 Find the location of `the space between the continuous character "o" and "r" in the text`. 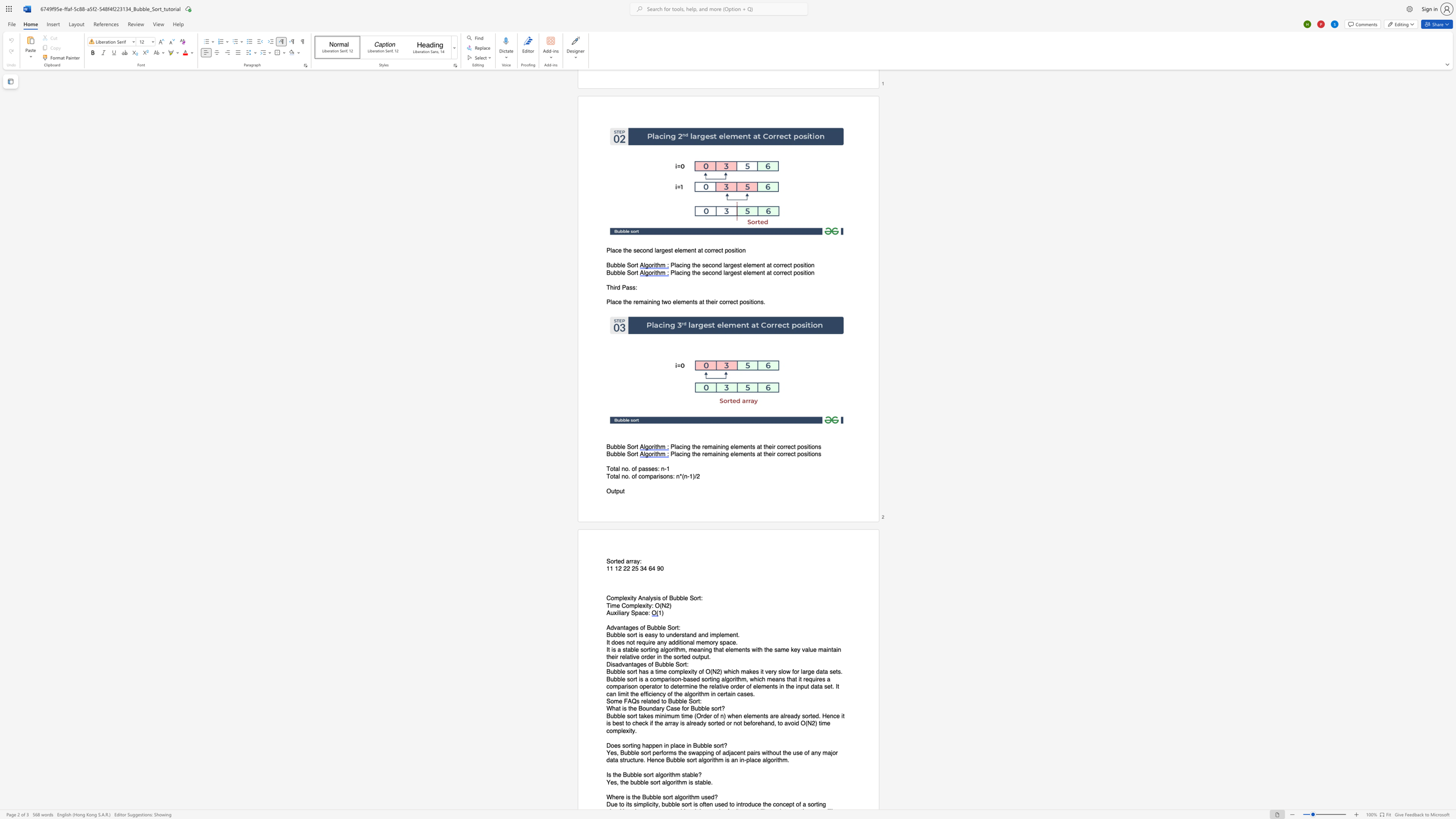

the space between the continuous character "o" and "r" in the text is located at coordinates (634, 454).